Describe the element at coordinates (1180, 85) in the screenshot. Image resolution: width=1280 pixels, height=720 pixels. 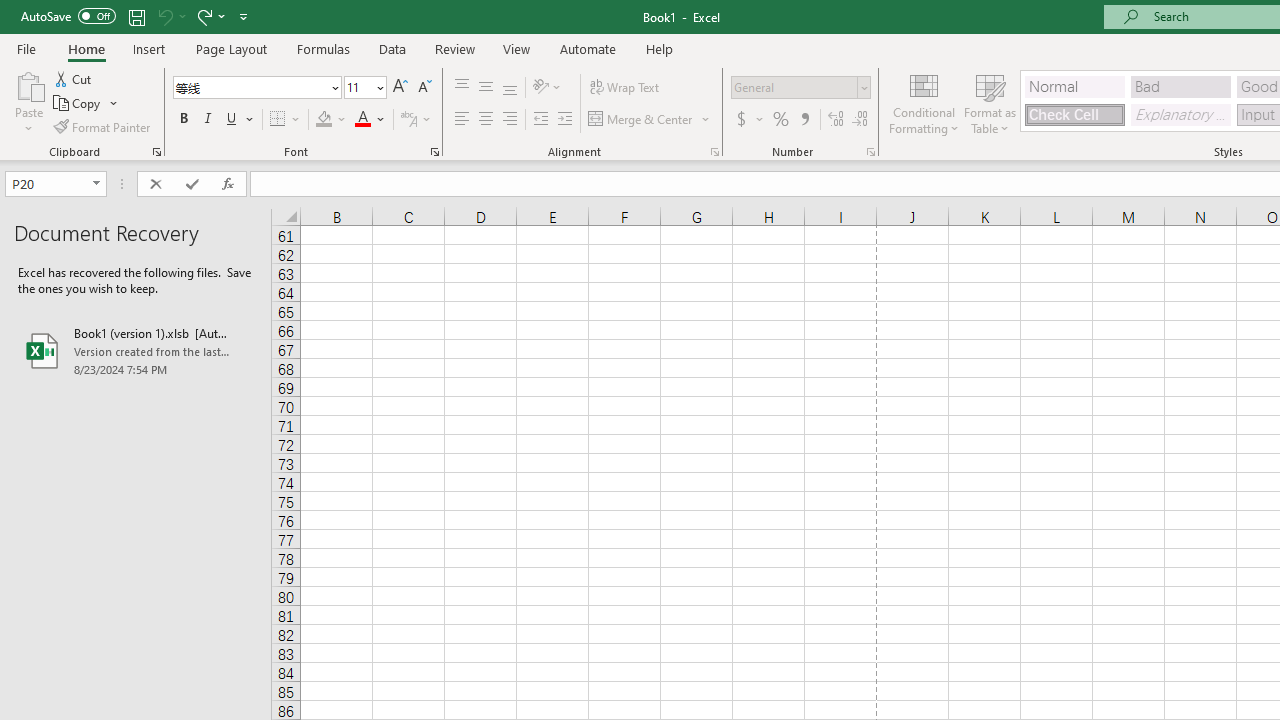
I see `'Bad'` at that location.